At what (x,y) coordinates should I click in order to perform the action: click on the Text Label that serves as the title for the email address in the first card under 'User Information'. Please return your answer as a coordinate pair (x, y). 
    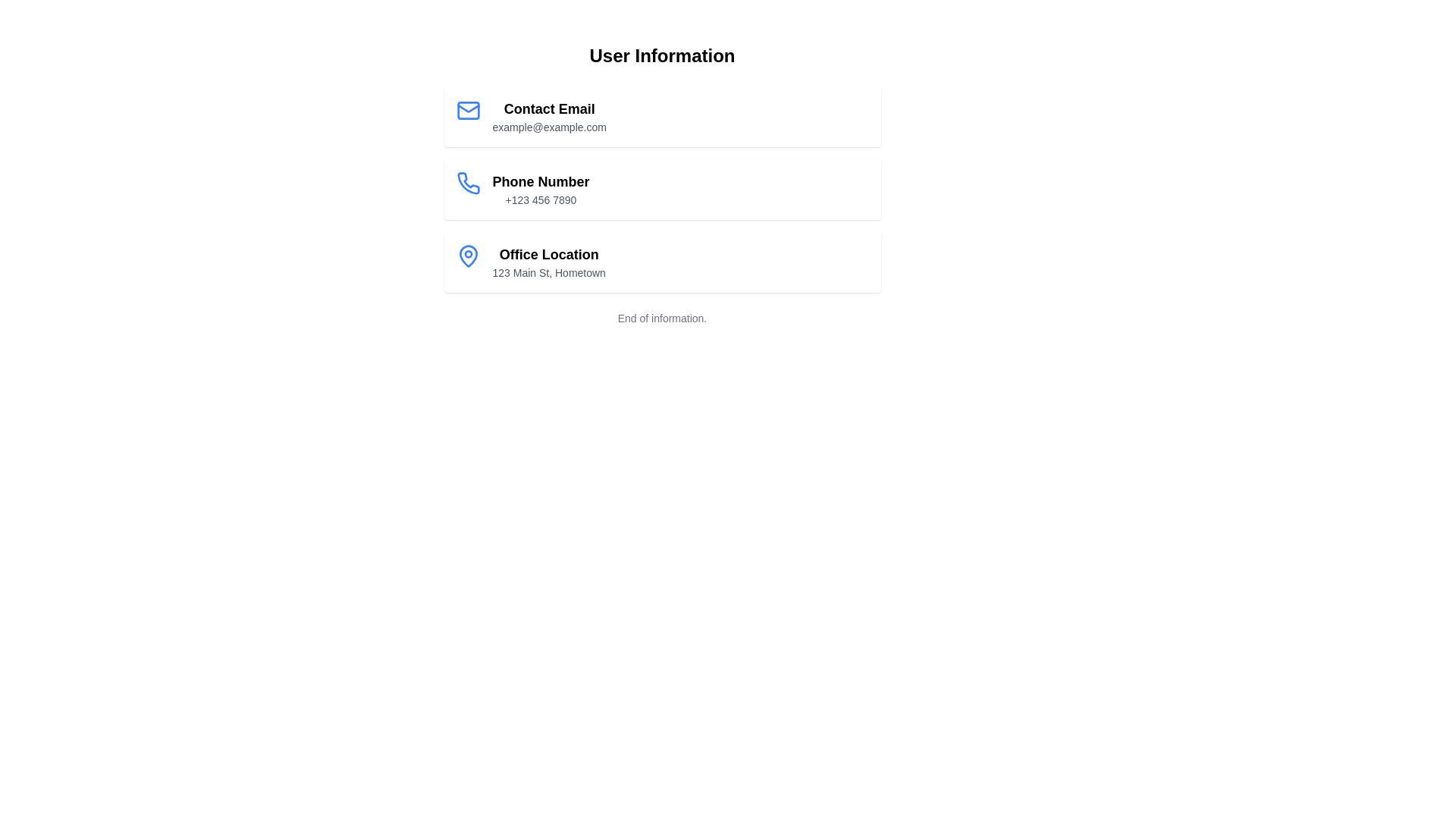
    Looking at the image, I should click on (548, 108).